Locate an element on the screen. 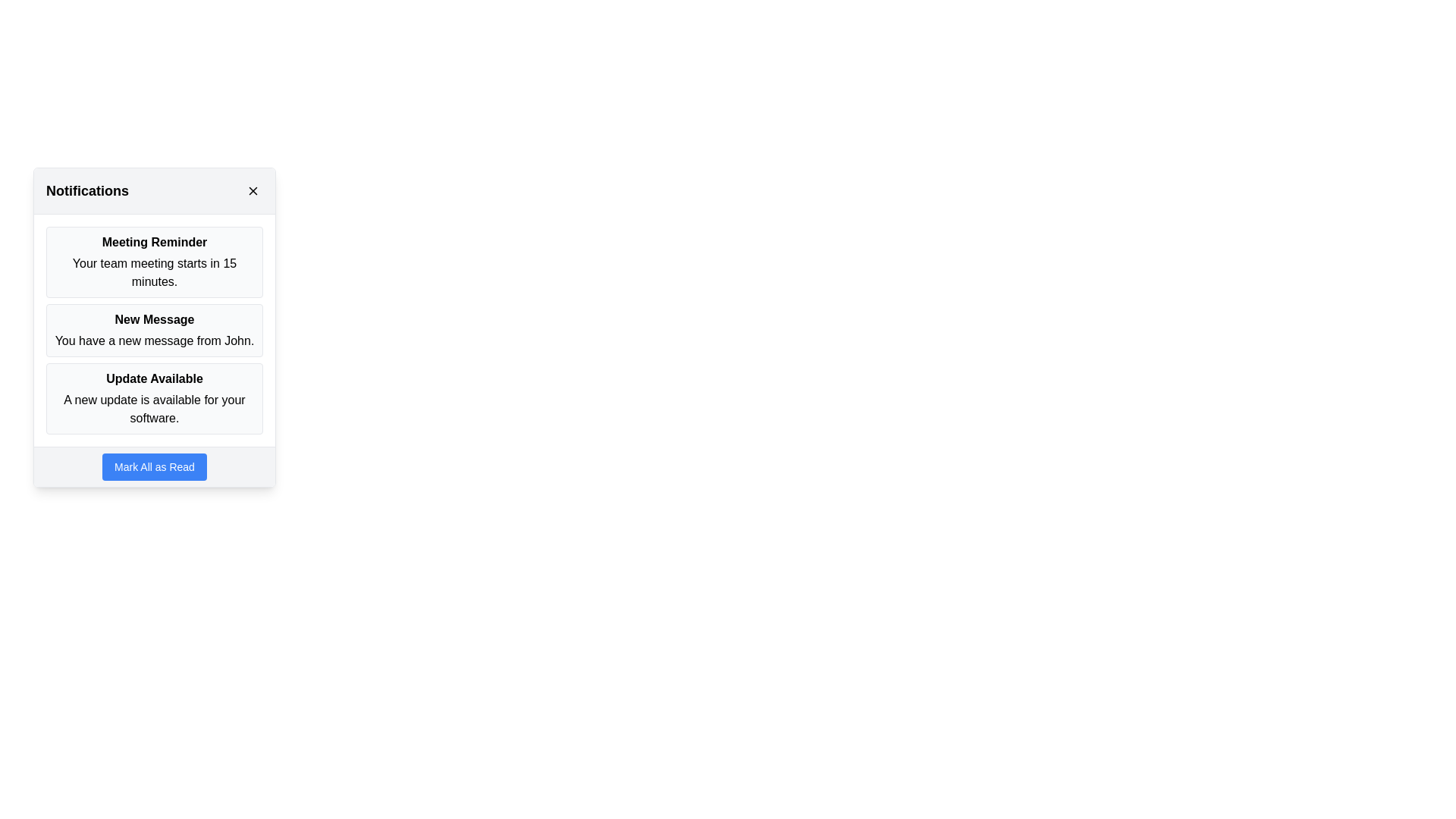 The width and height of the screenshot is (1456, 819). notification text displayed in the text label that informs the user of a new message received from 'John', positioned centrally under the 'Notifications' heading is located at coordinates (154, 341).